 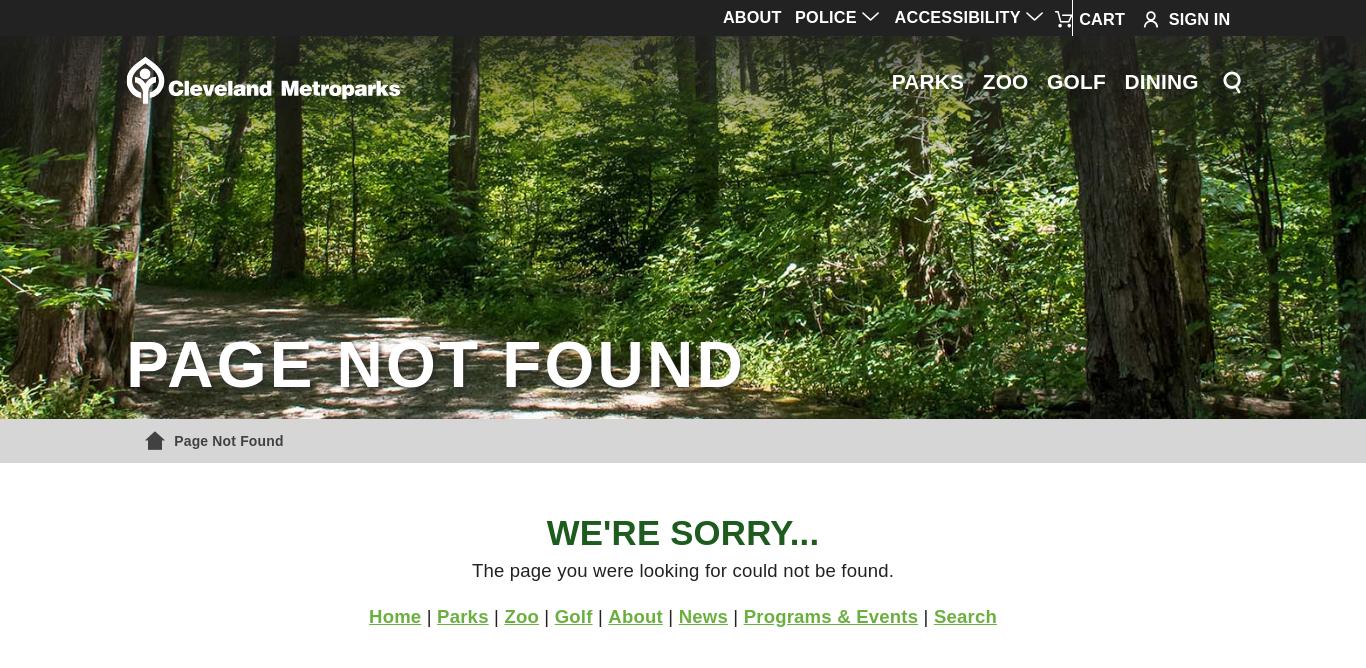 I want to click on 'Search', so click(x=932, y=614).